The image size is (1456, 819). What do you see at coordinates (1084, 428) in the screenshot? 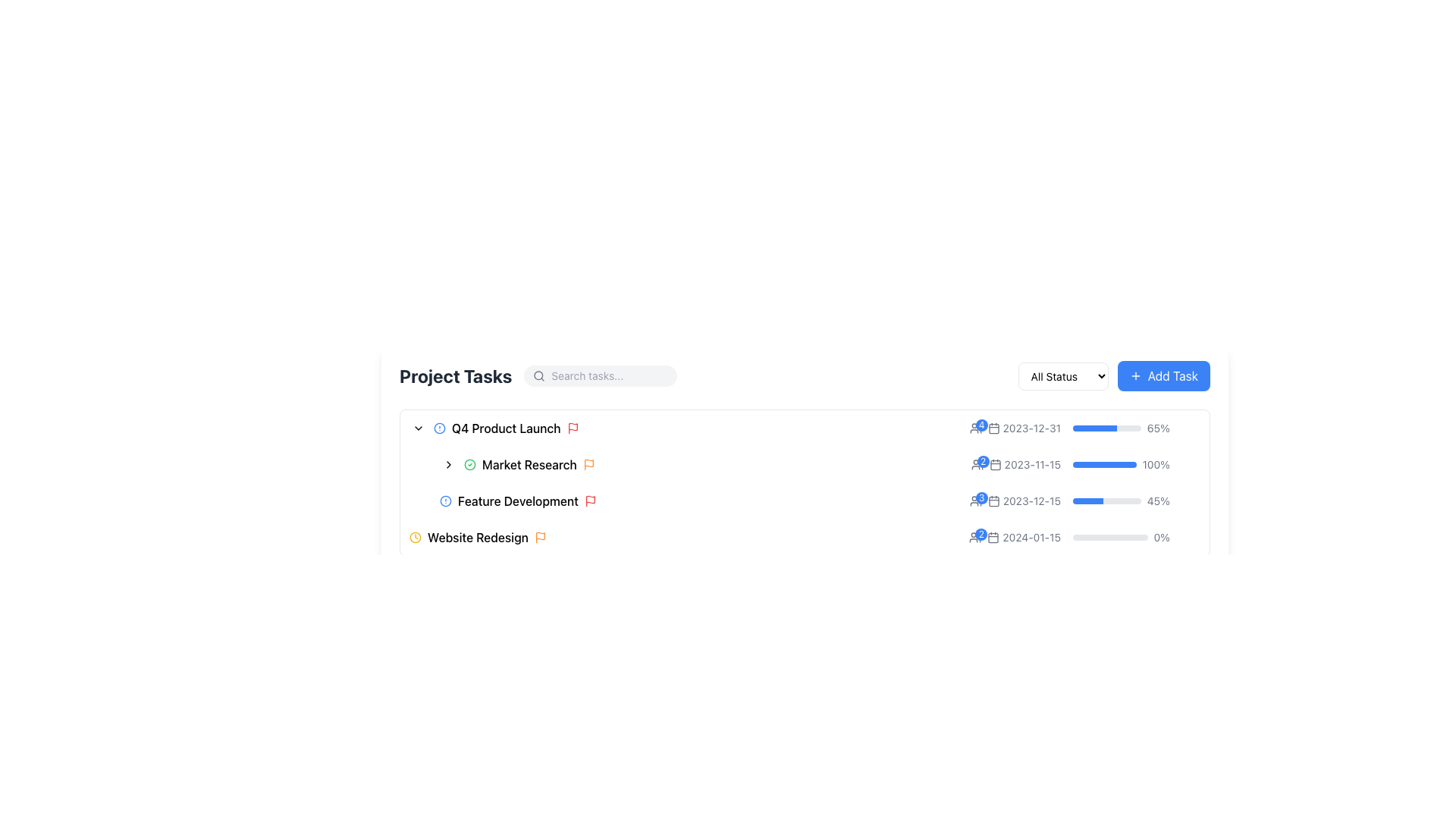
I see `progress and associated metadata from the progress bar displaying 65% for the task labeled 'Q4 Product Launch', located towards the right end adjacent to a blue badge` at bounding box center [1084, 428].